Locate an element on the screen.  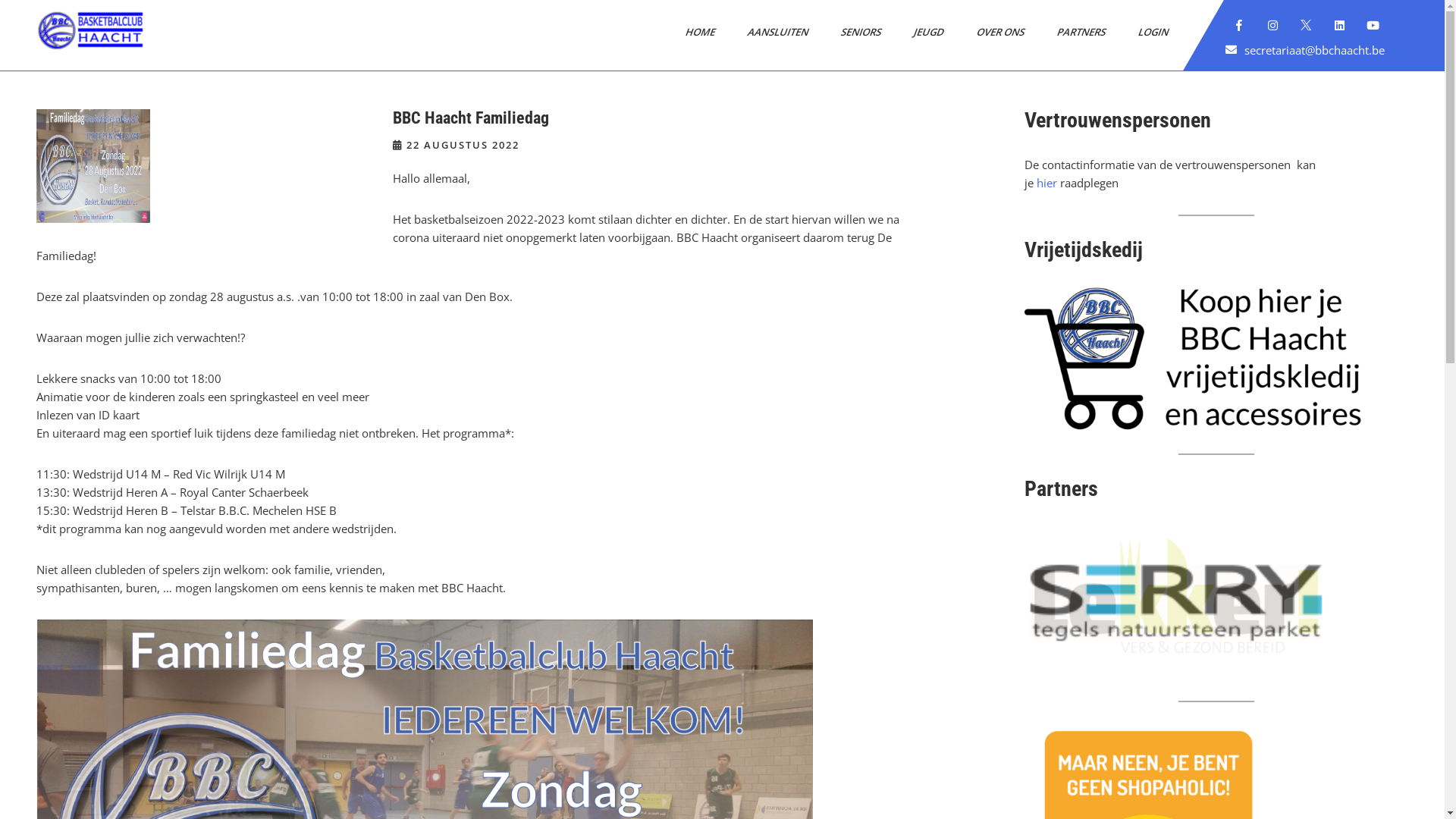
'OVER ONS' is located at coordinates (995, 32).